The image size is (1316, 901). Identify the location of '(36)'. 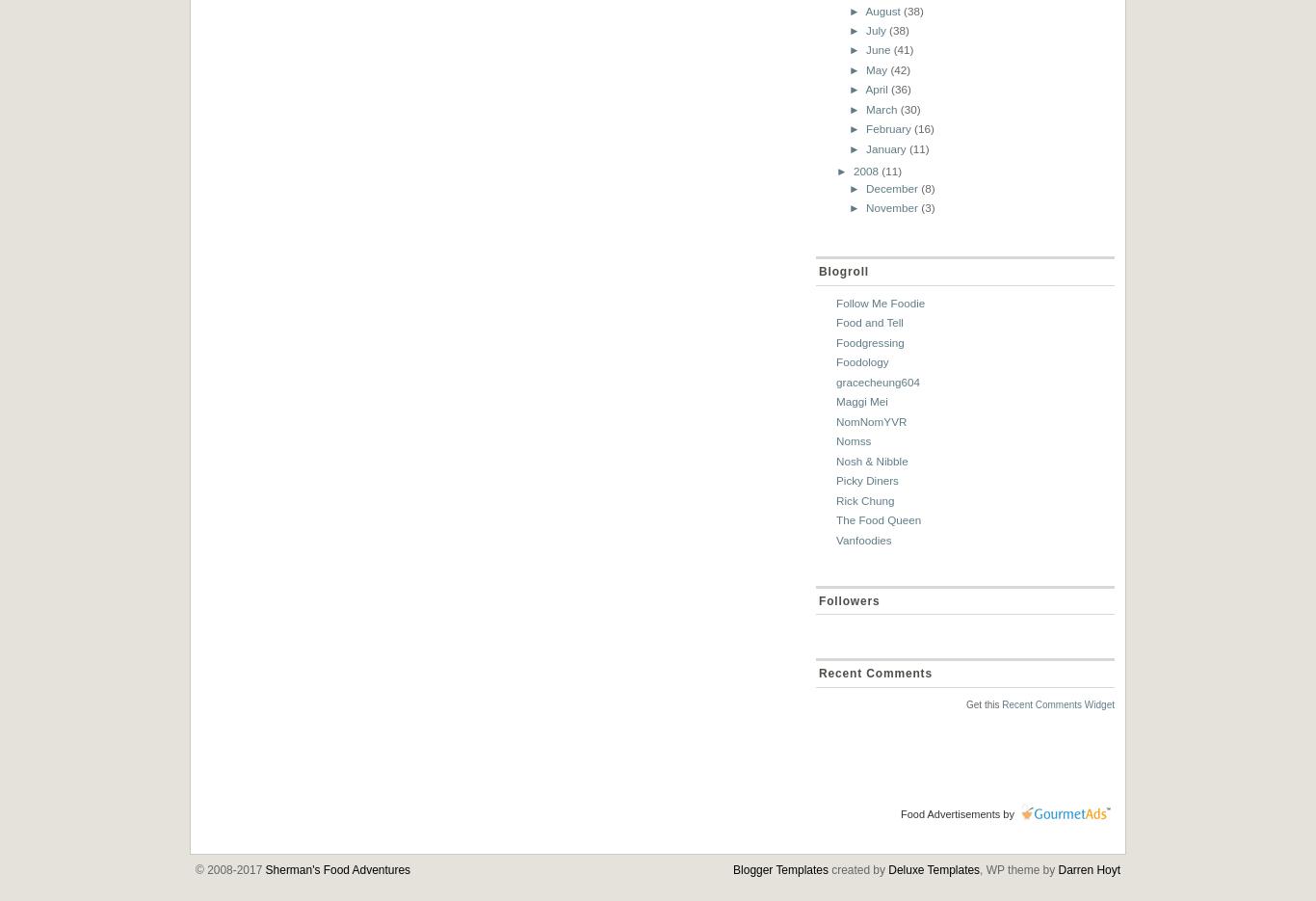
(901, 88).